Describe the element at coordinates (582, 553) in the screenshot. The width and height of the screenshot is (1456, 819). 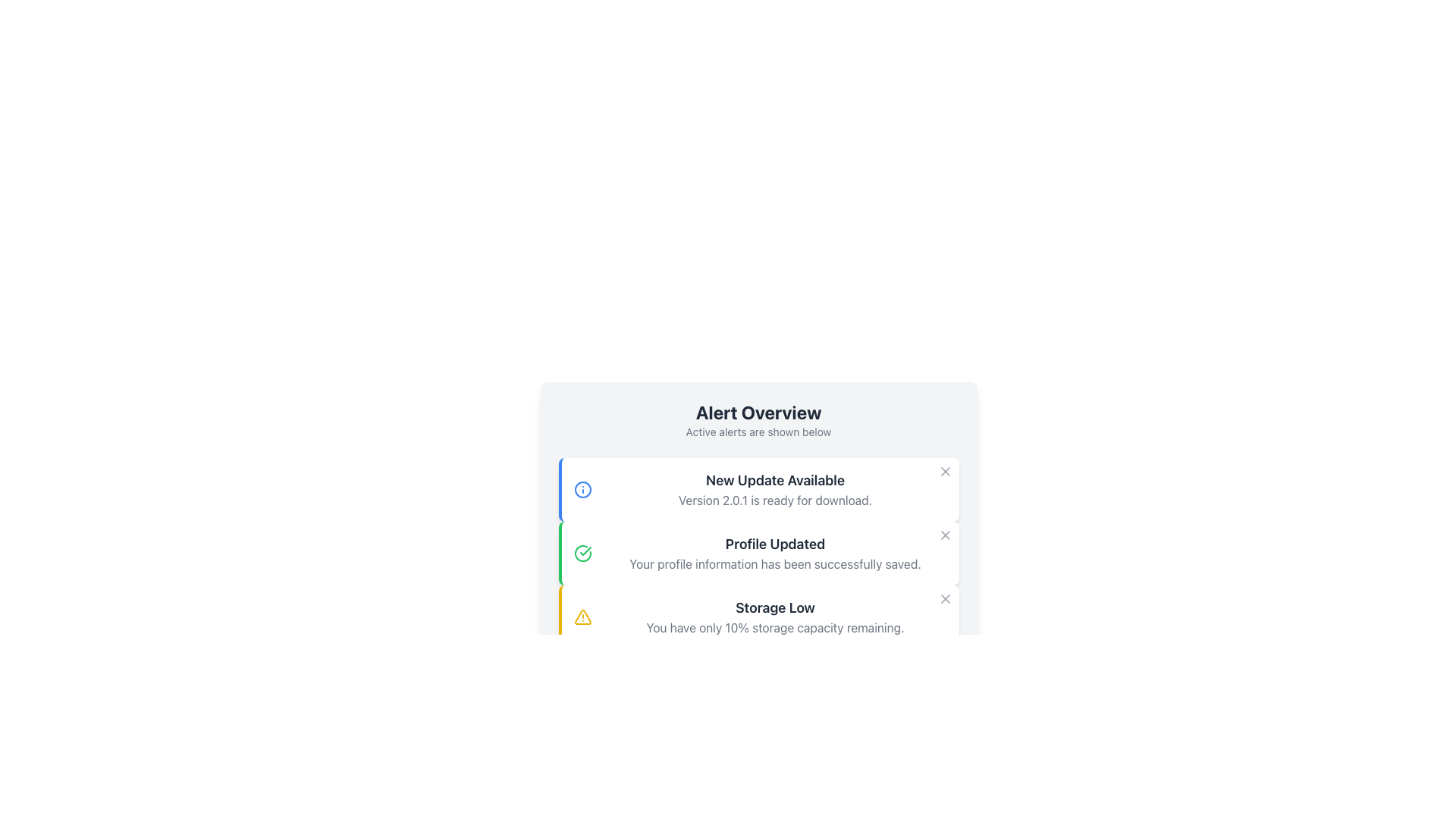
I see `the green circular icon with a checkmark symbol, which is located near the top-left corner of the 'Profile Updated' alert box` at that location.